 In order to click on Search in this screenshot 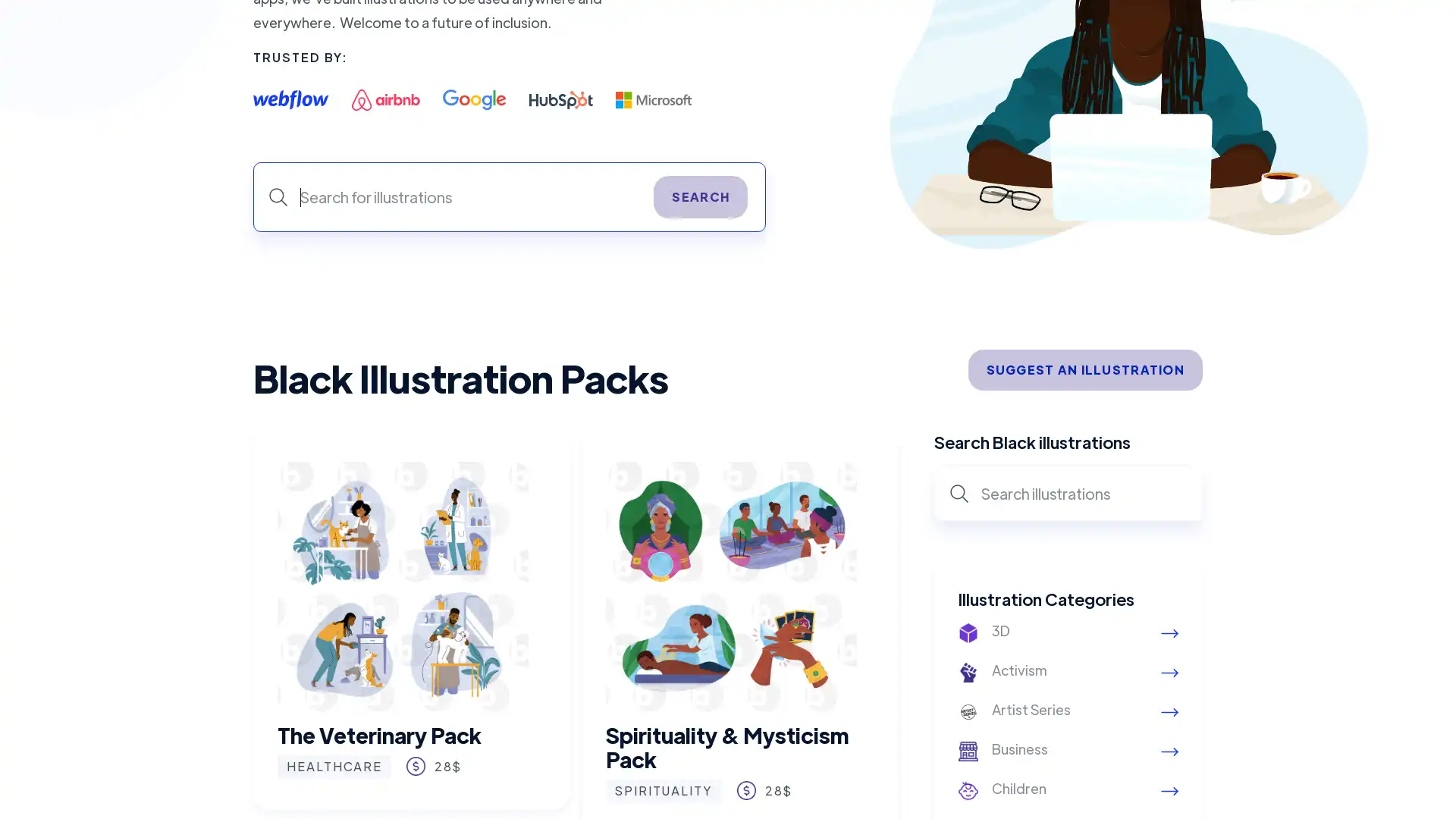, I will do `click(700, 196)`.